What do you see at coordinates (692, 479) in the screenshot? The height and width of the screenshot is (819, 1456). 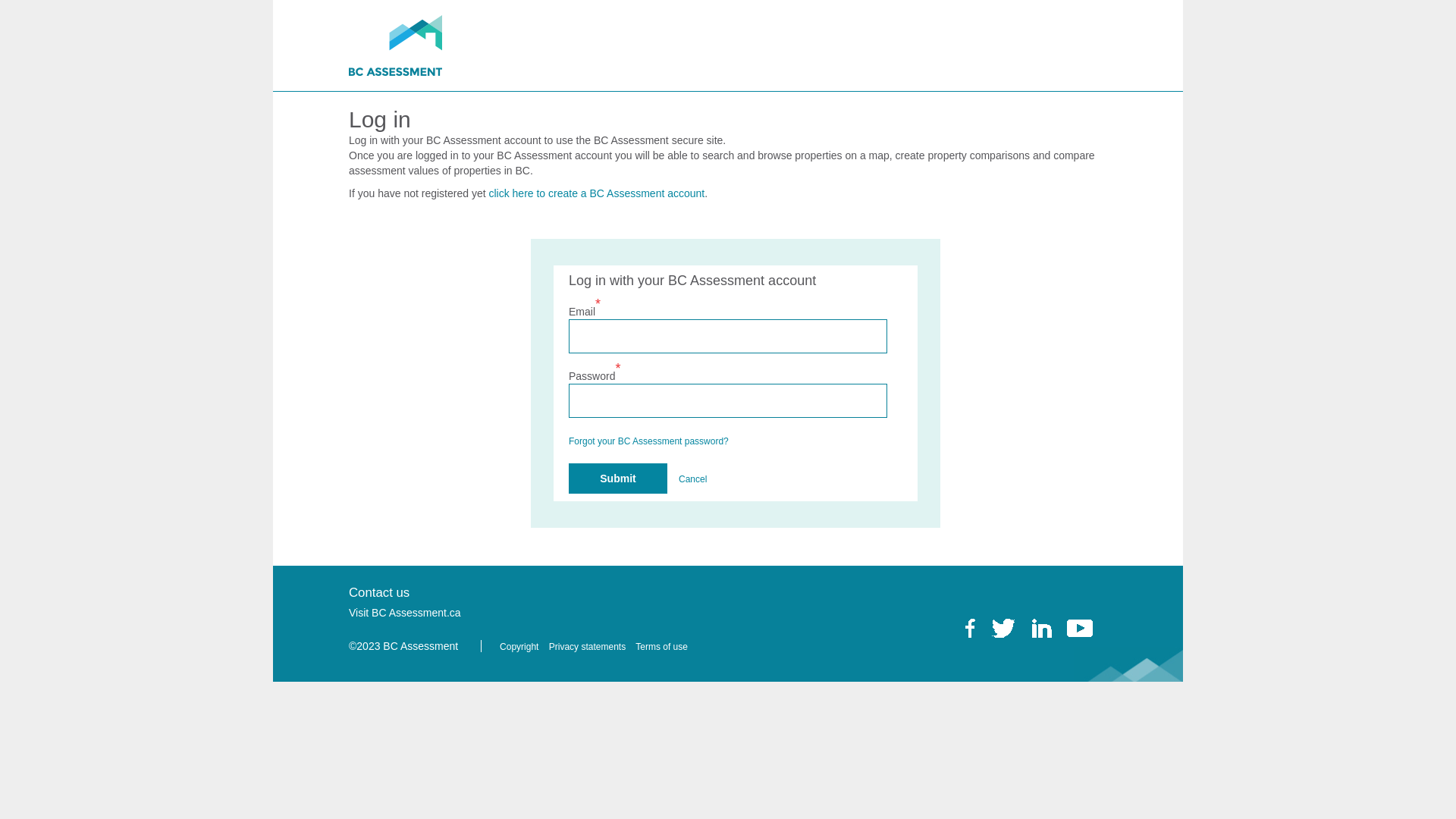 I see `'Cancel'` at bounding box center [692, 479].